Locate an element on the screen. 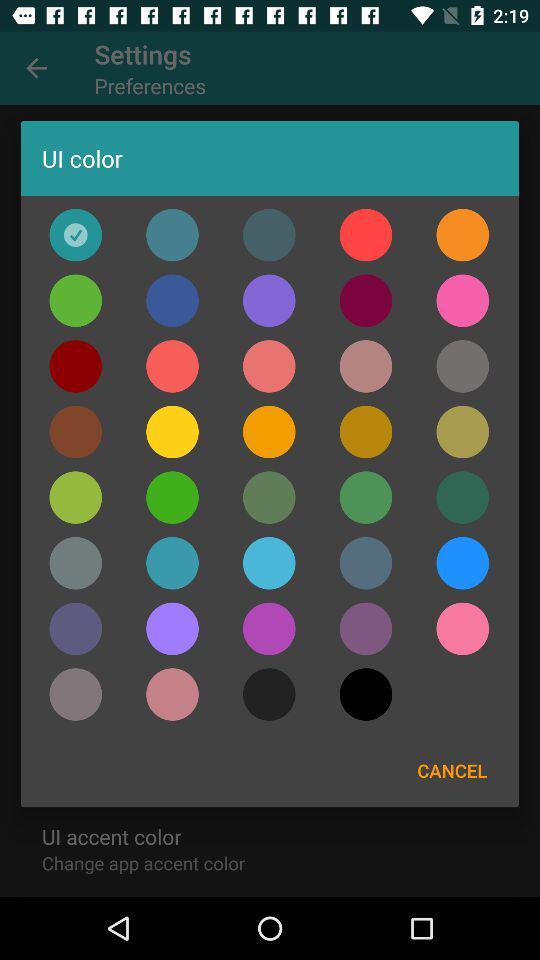 The height and width of the screenshot is (960, 540). choose the colour is located at coordinates (172, 627).